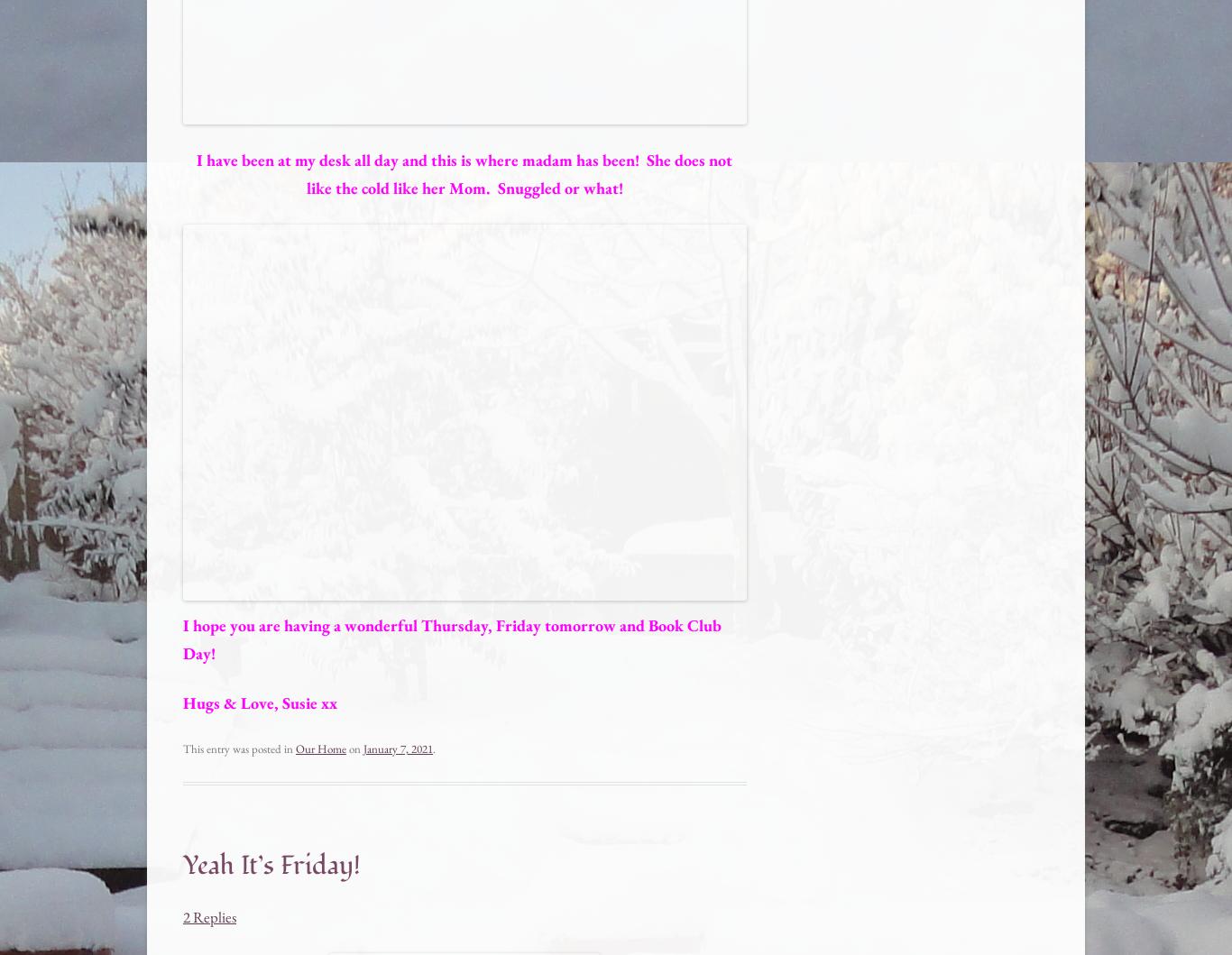  I want to click on '.', so click(434, 748).